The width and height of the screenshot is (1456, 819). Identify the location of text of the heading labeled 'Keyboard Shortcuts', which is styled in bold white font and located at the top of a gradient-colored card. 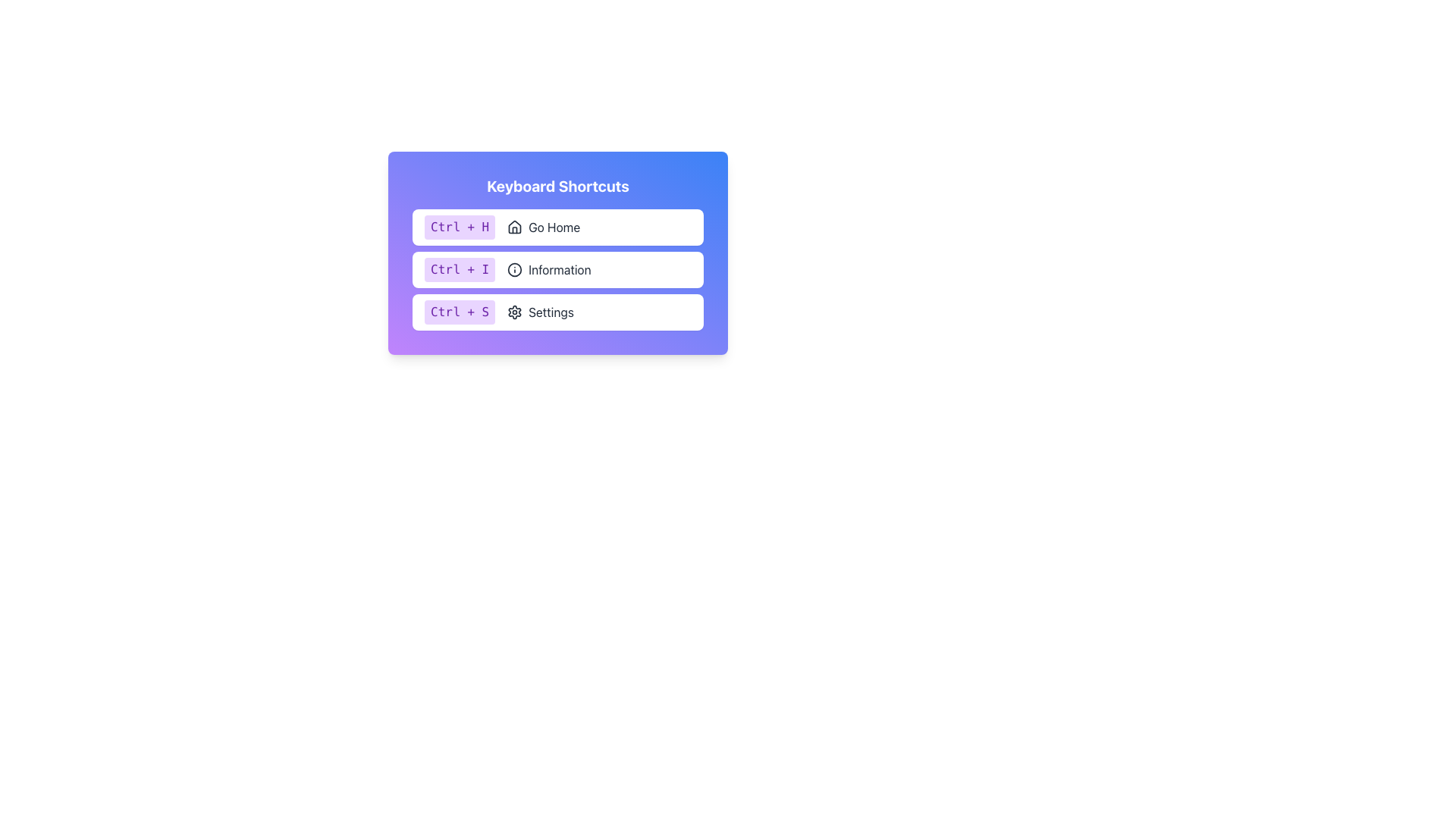
(557, 186).